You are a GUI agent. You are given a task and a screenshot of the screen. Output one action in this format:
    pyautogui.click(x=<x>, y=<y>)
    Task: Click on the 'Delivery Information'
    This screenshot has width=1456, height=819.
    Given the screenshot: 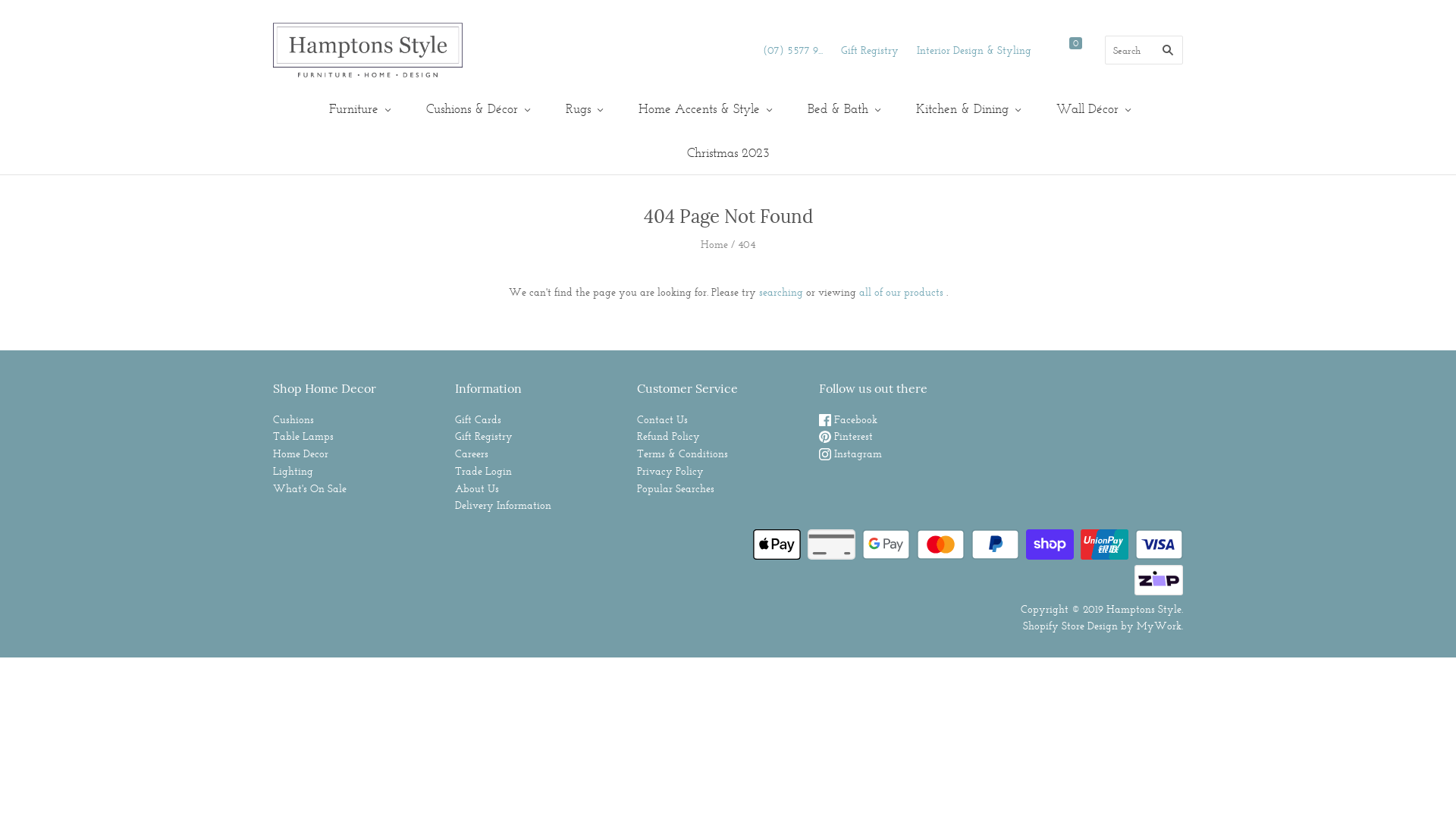 What is the action you would take?
    pyautogui.click(x=503, y=505)
    